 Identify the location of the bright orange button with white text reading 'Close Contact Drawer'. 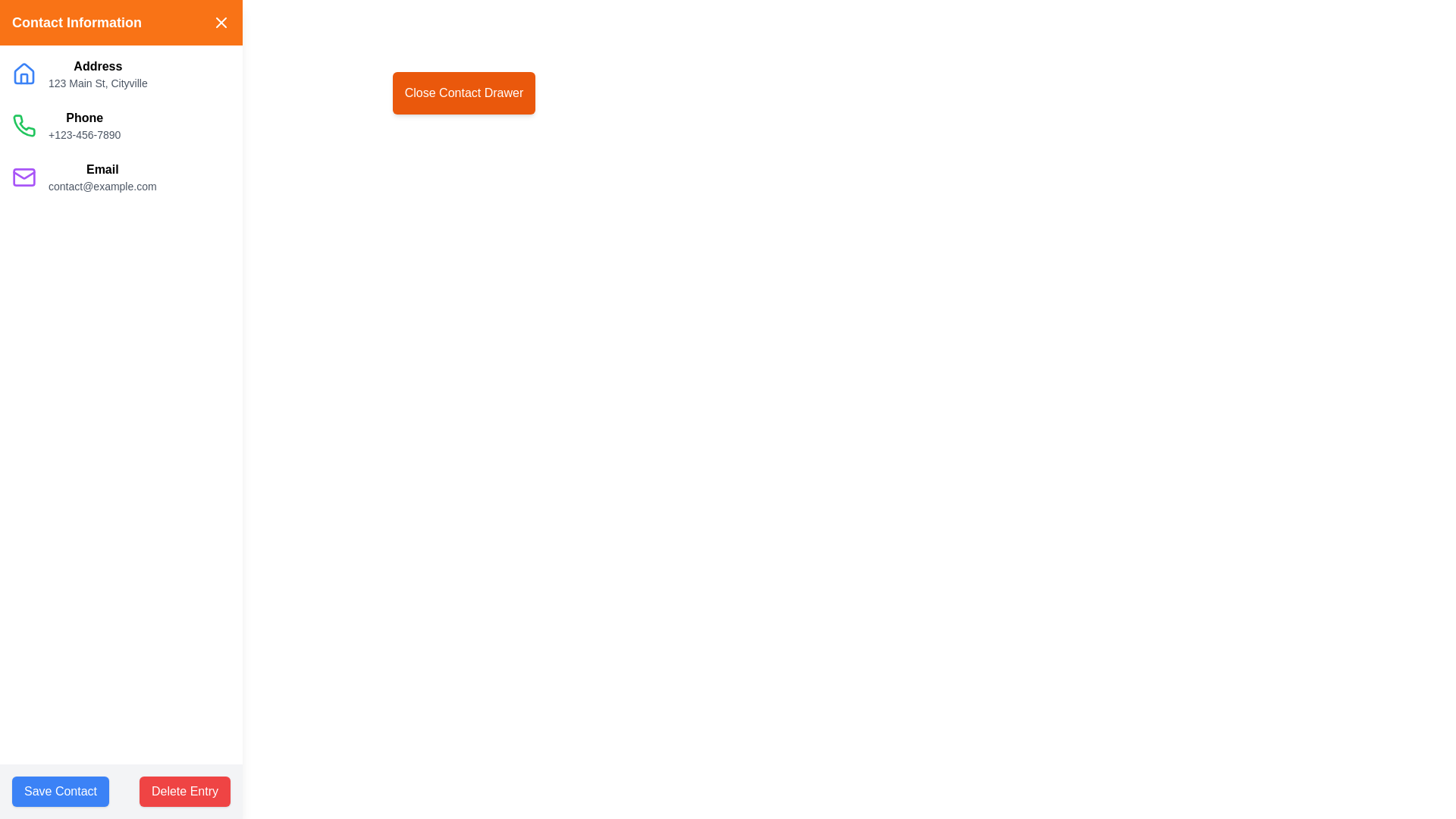
(463, 93).